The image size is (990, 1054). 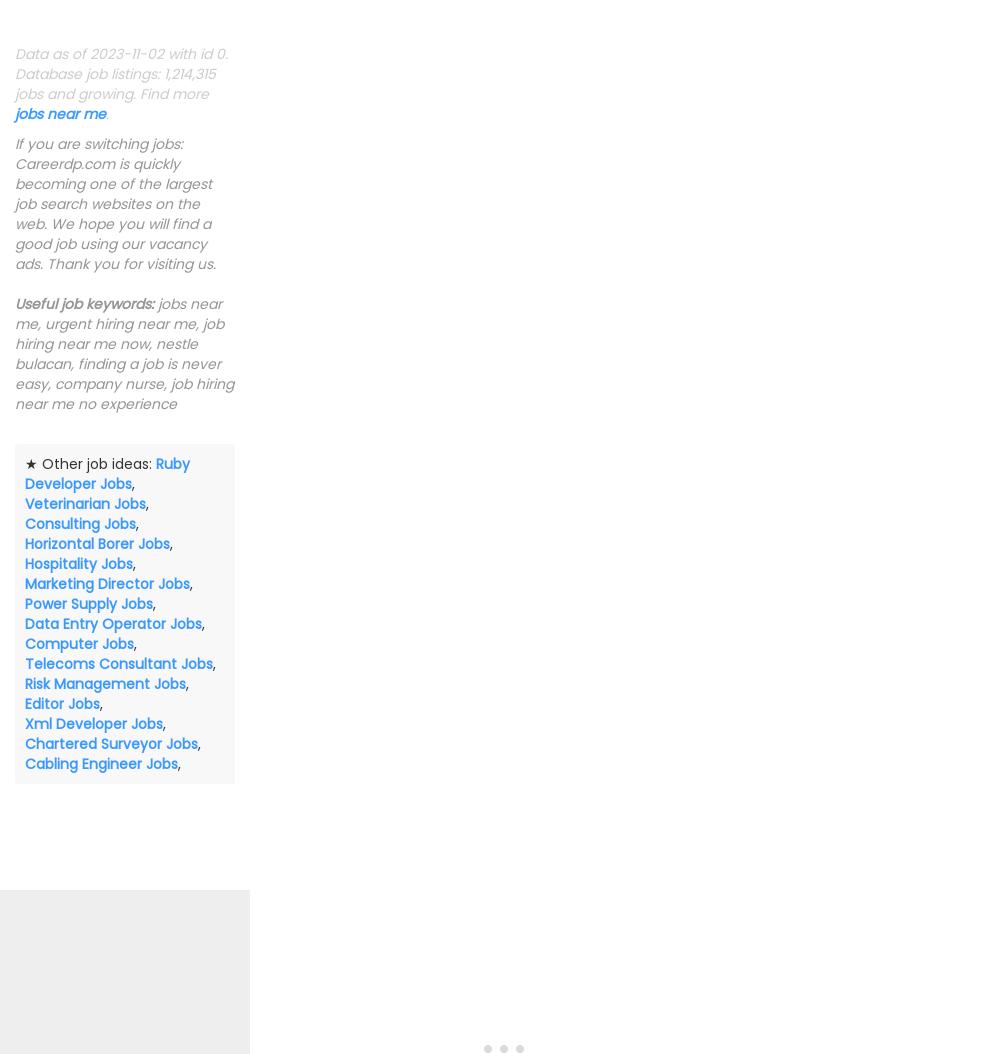 I want to click on 'jobs near me', so click(x=14, y=112).